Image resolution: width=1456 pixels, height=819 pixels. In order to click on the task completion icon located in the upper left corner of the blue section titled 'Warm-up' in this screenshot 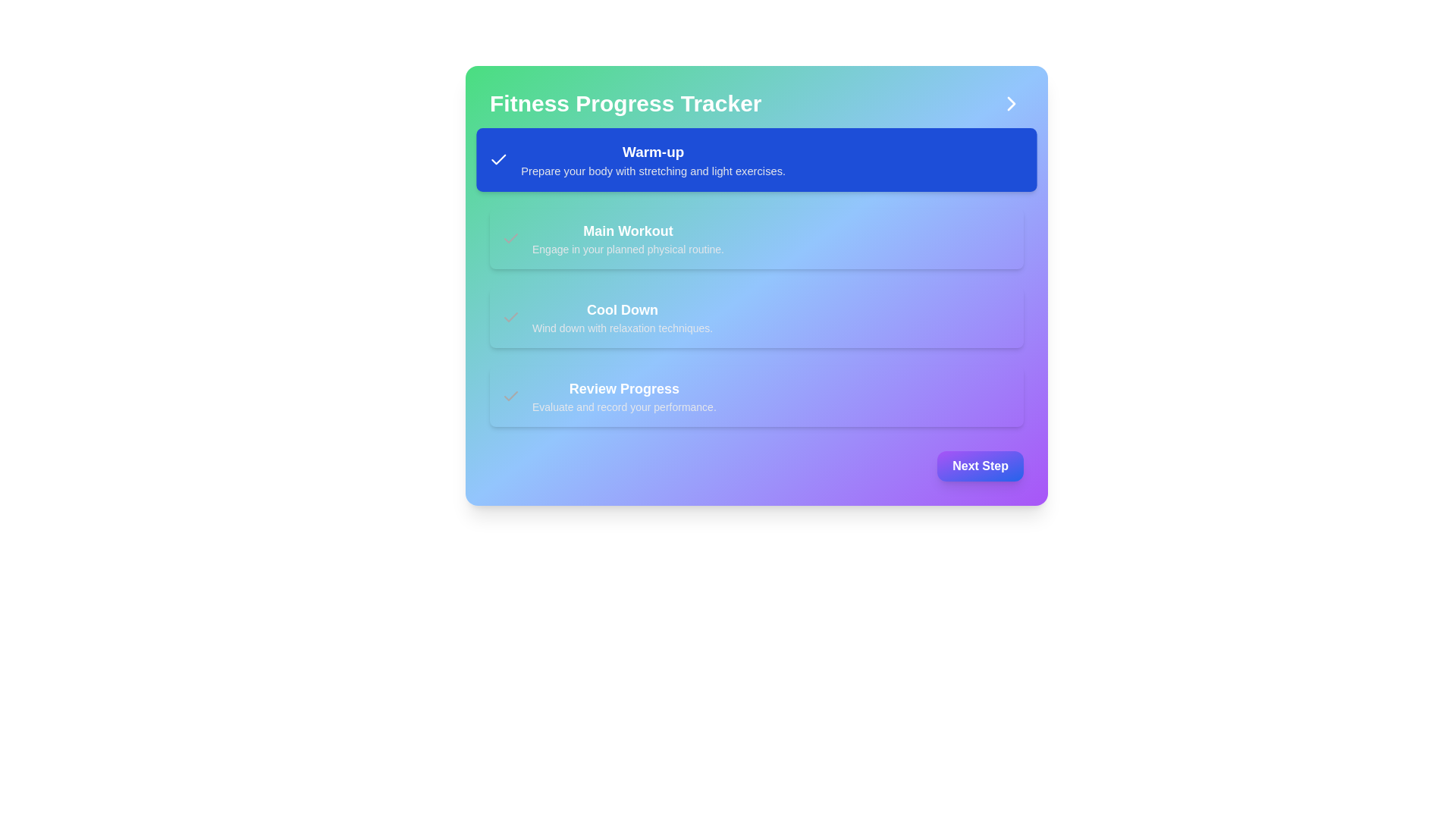, I will do `click(498, 159)`.